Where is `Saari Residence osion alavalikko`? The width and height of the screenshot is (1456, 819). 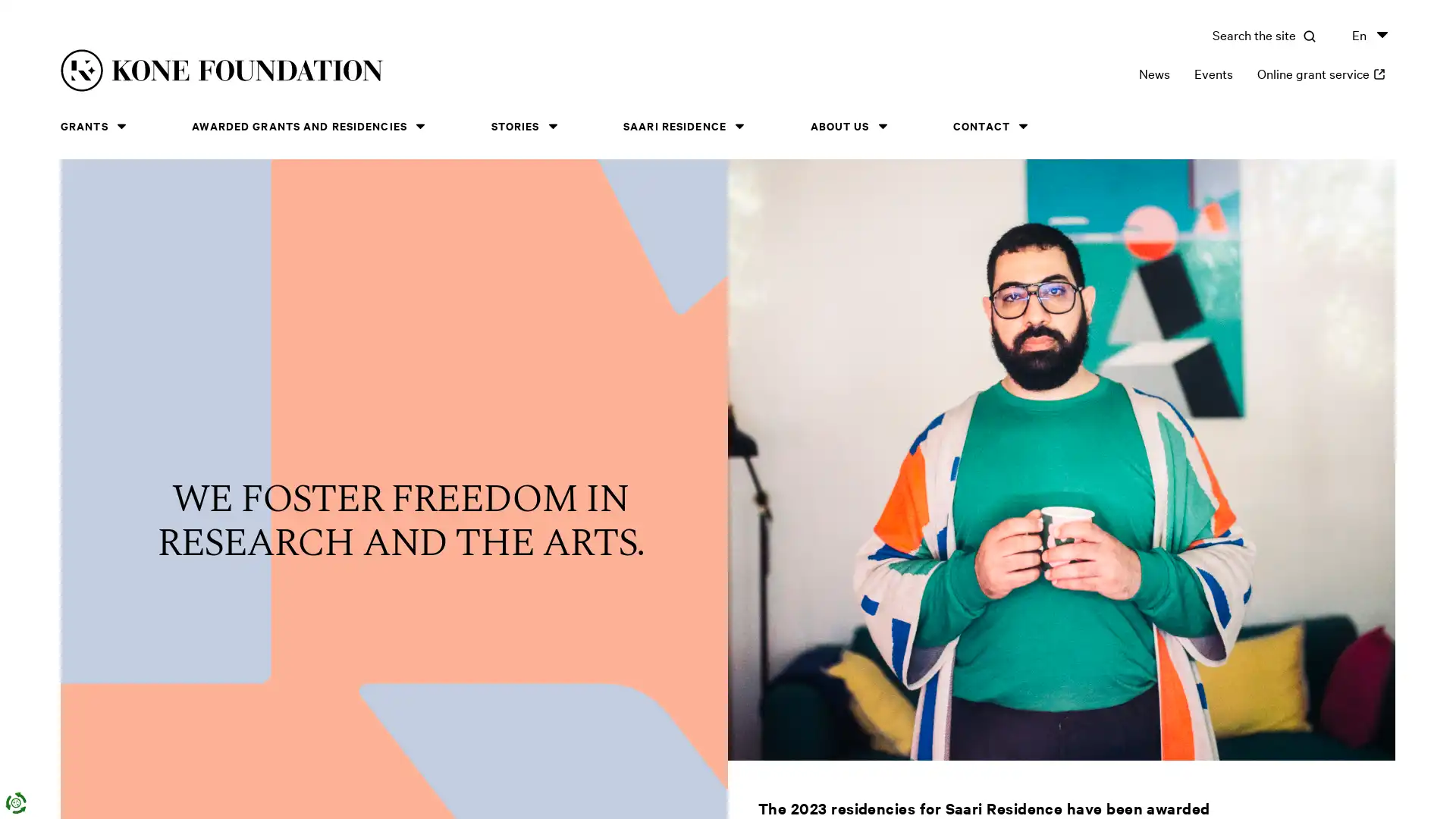 Saari Residence osion alavalikko is located at coordinates (739, 125).